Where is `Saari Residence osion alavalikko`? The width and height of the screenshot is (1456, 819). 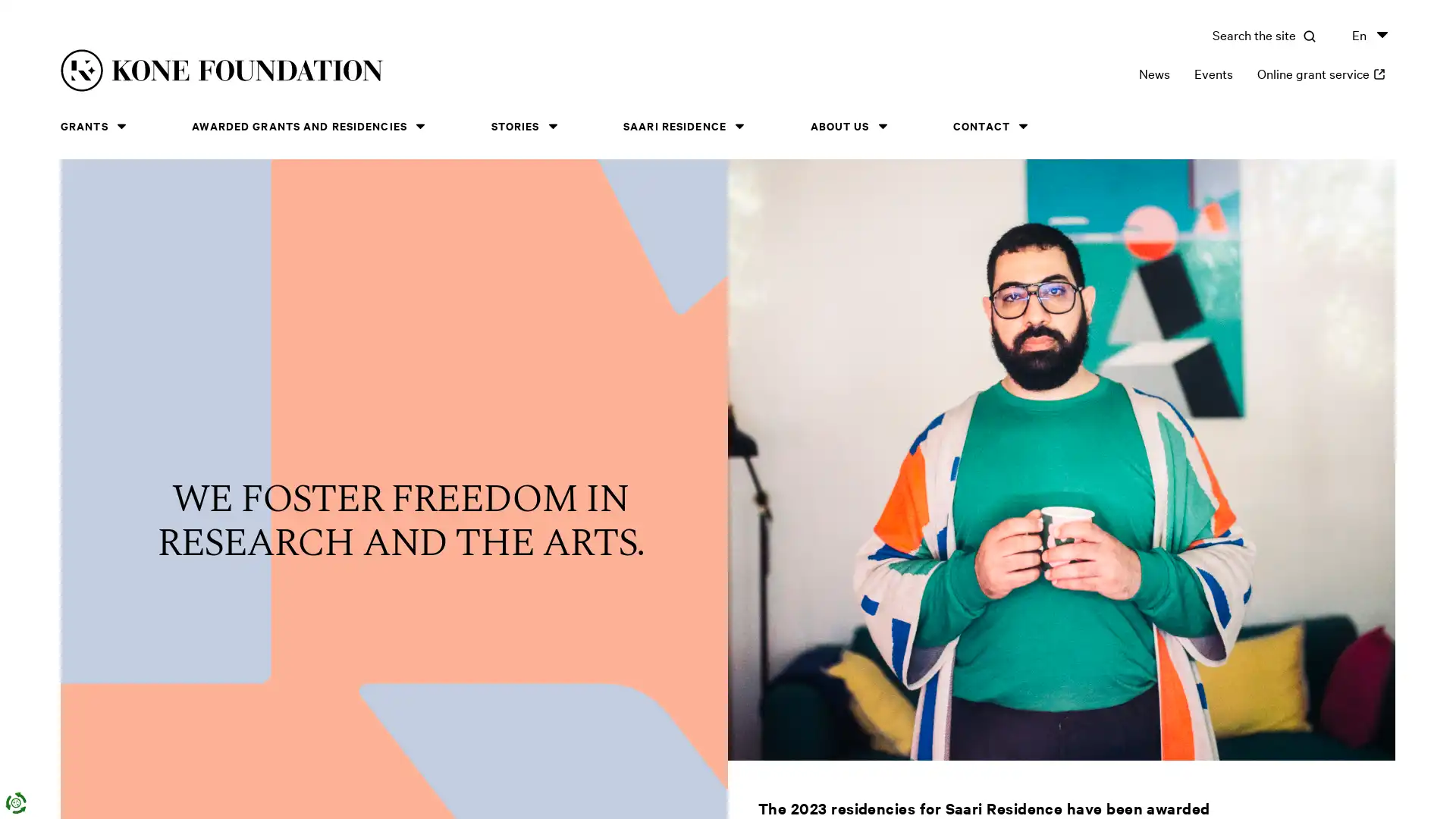 Saari Residence osion alavalikko is located at coordinates (739, 125).